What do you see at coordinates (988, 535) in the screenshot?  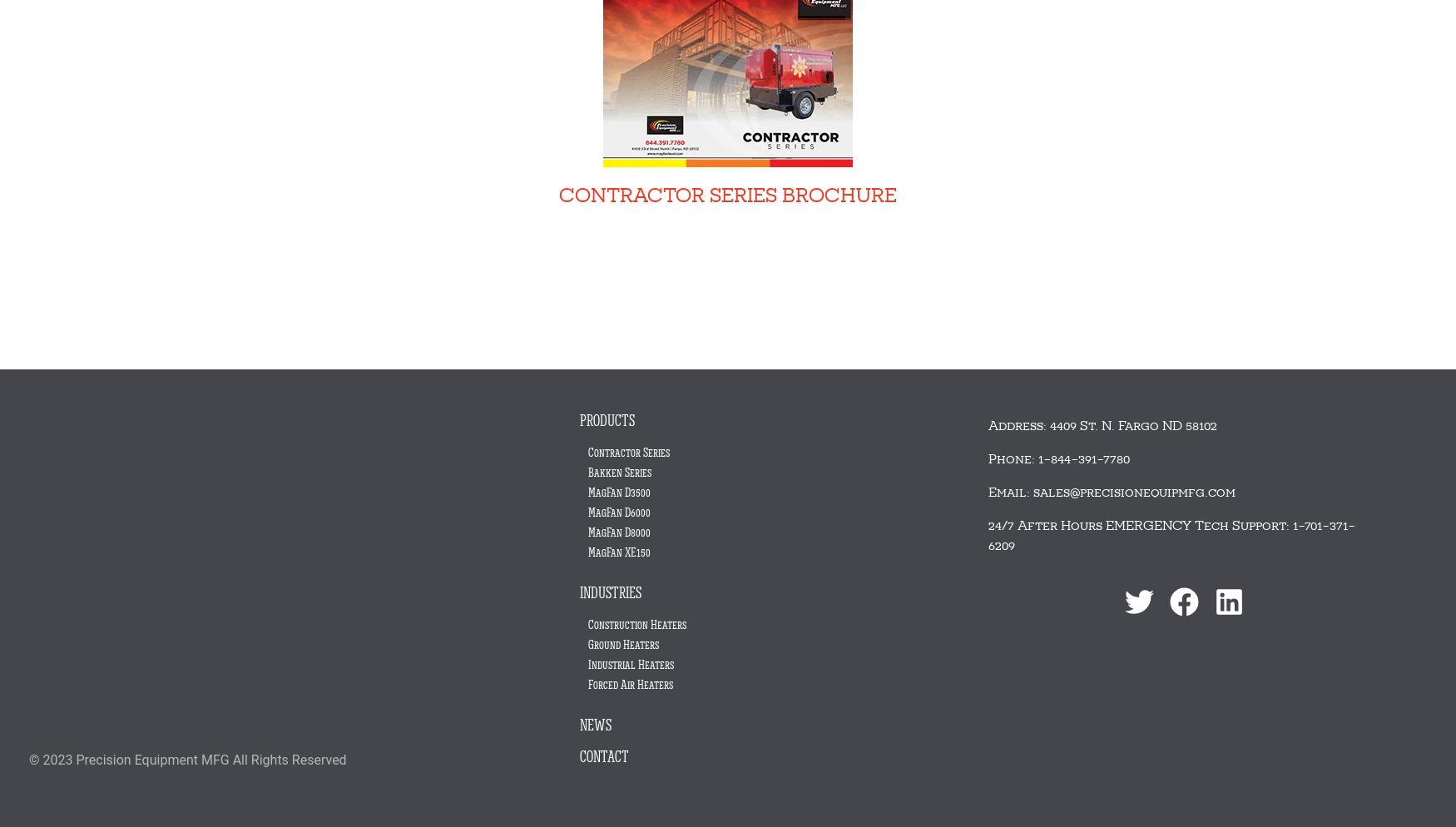 I see `'24/7 After Hours EMERGENCY Tech Support: 1-701-371-6209'` at bounding box center [988, 535].